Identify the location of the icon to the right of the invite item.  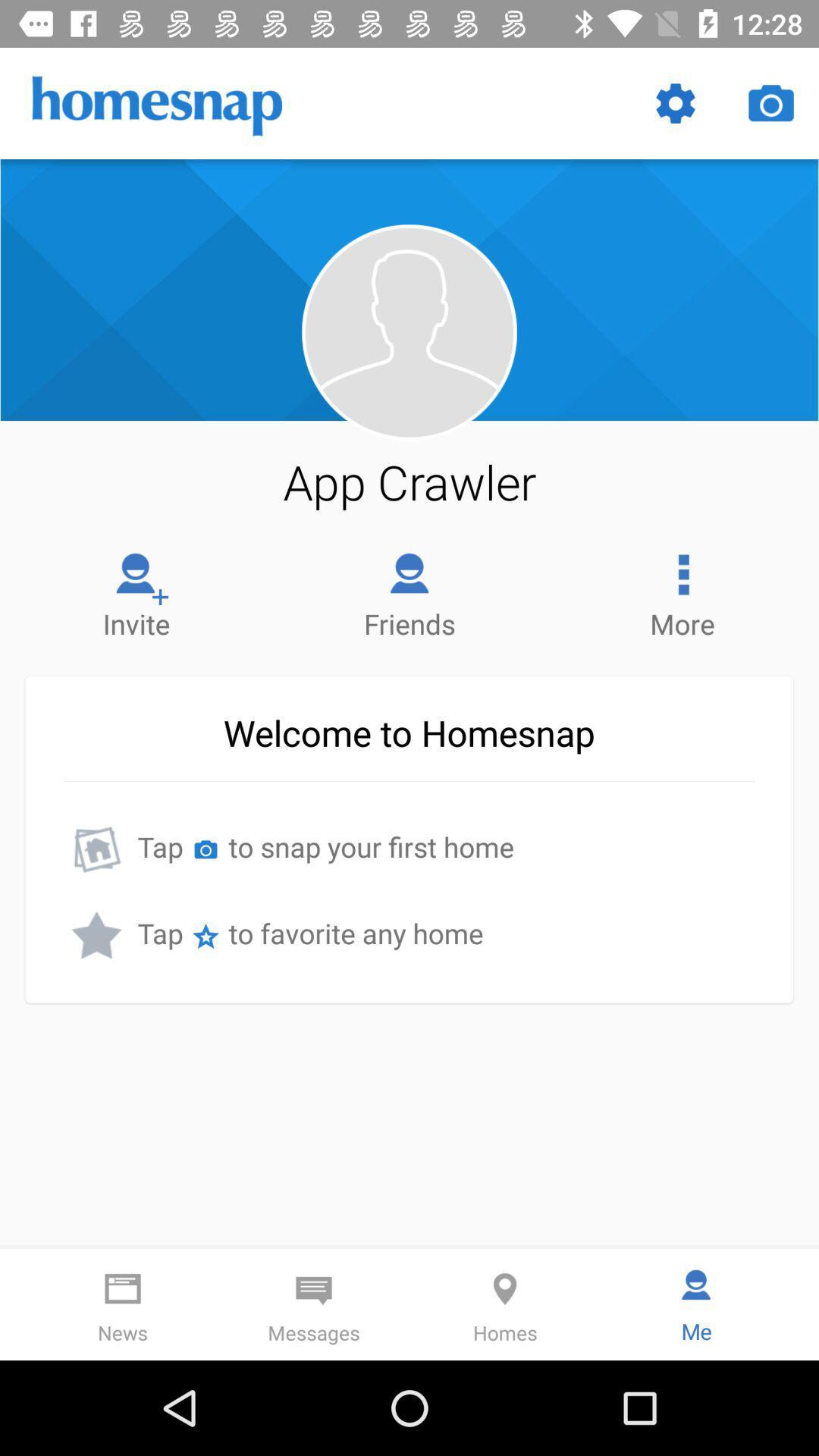
(409, 591).